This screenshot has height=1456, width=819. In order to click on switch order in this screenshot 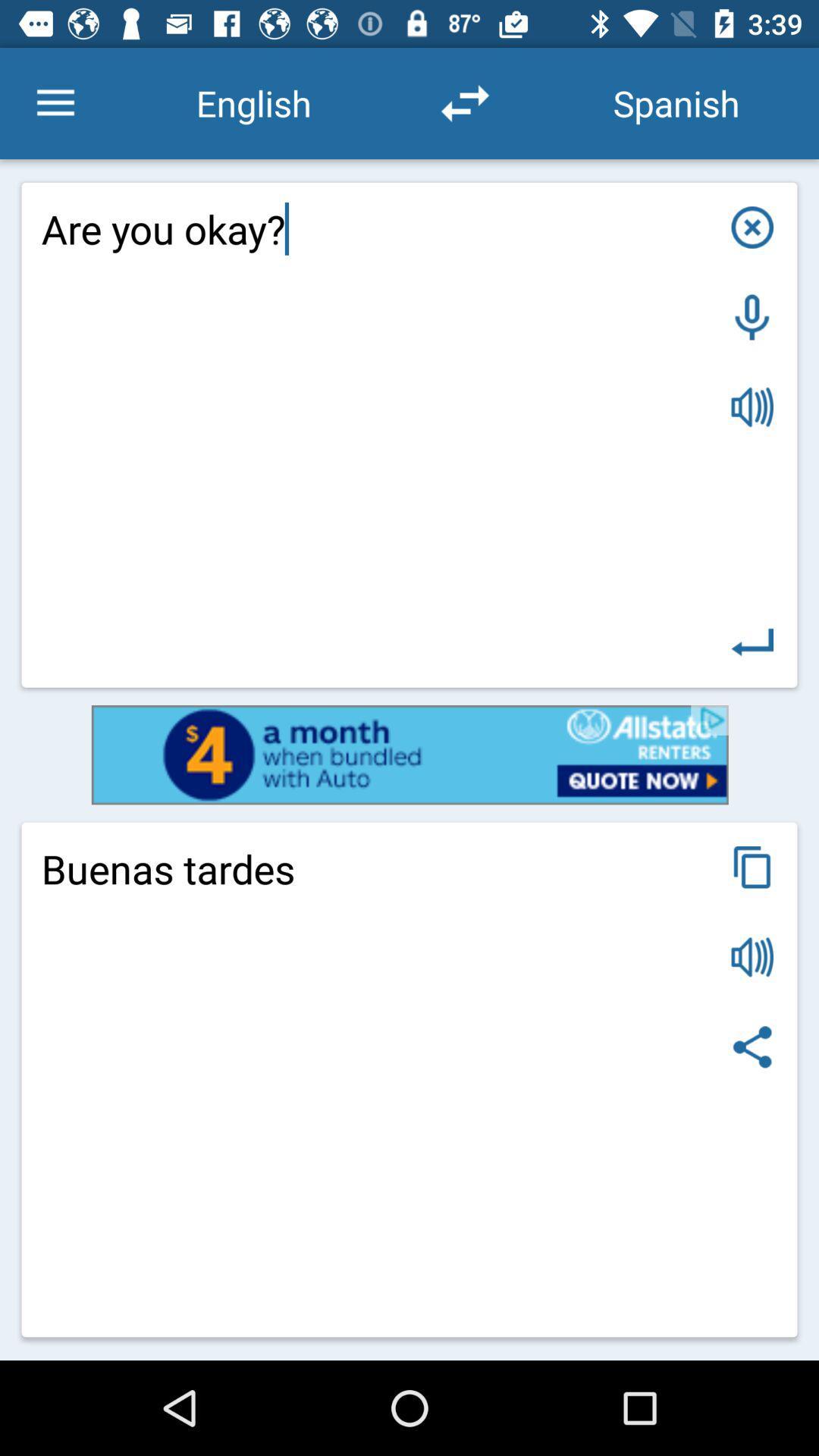, I will do `click(464, 102)`.